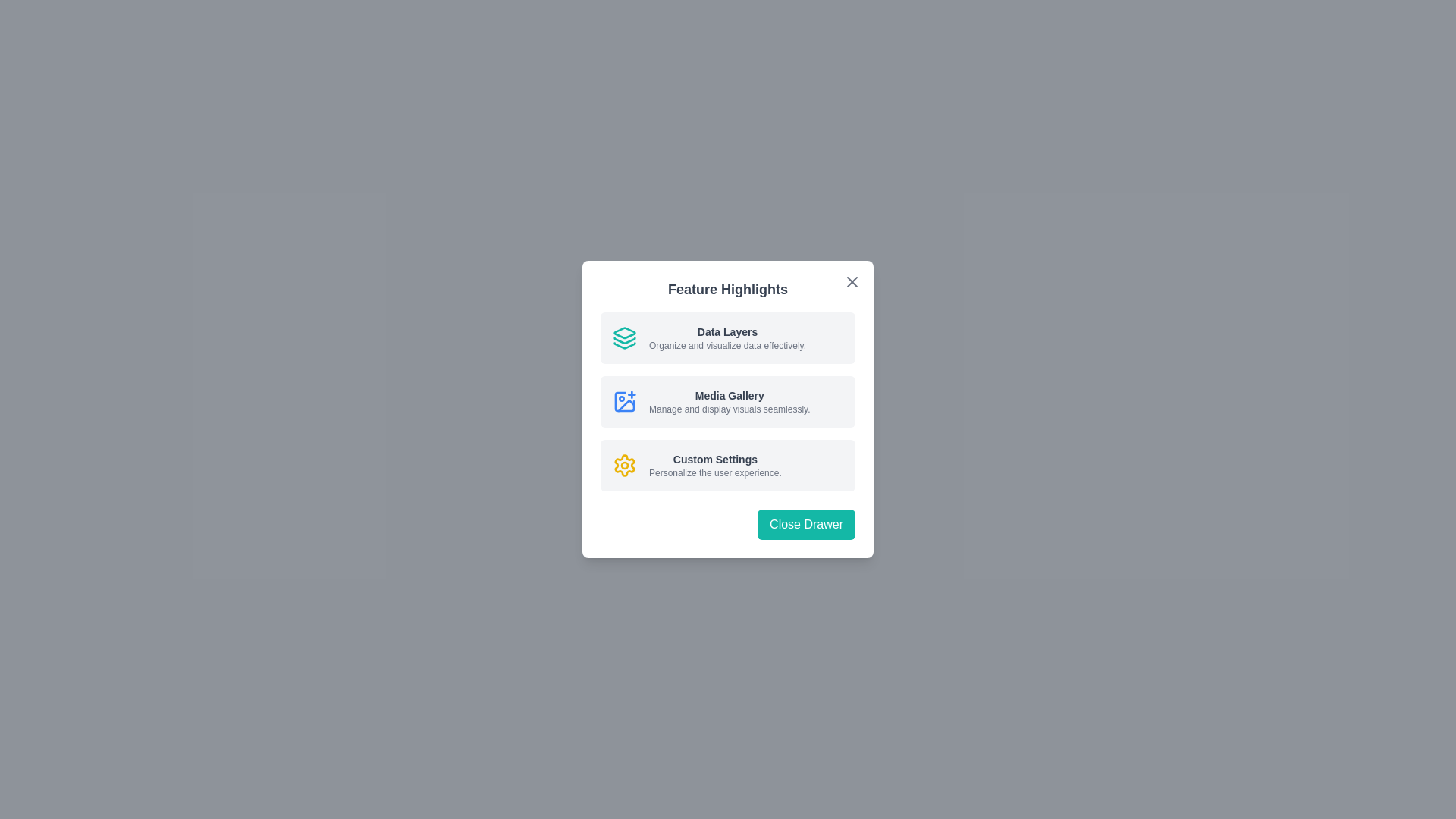 This screenshot has height=819, width=1456. Describe the element at coordinates (625, 464) in the screenshot. I see `the yellow gear icon with an outline, which symbolizes the settings feature, located to the left of the 'Custom Settings' text` at that location.